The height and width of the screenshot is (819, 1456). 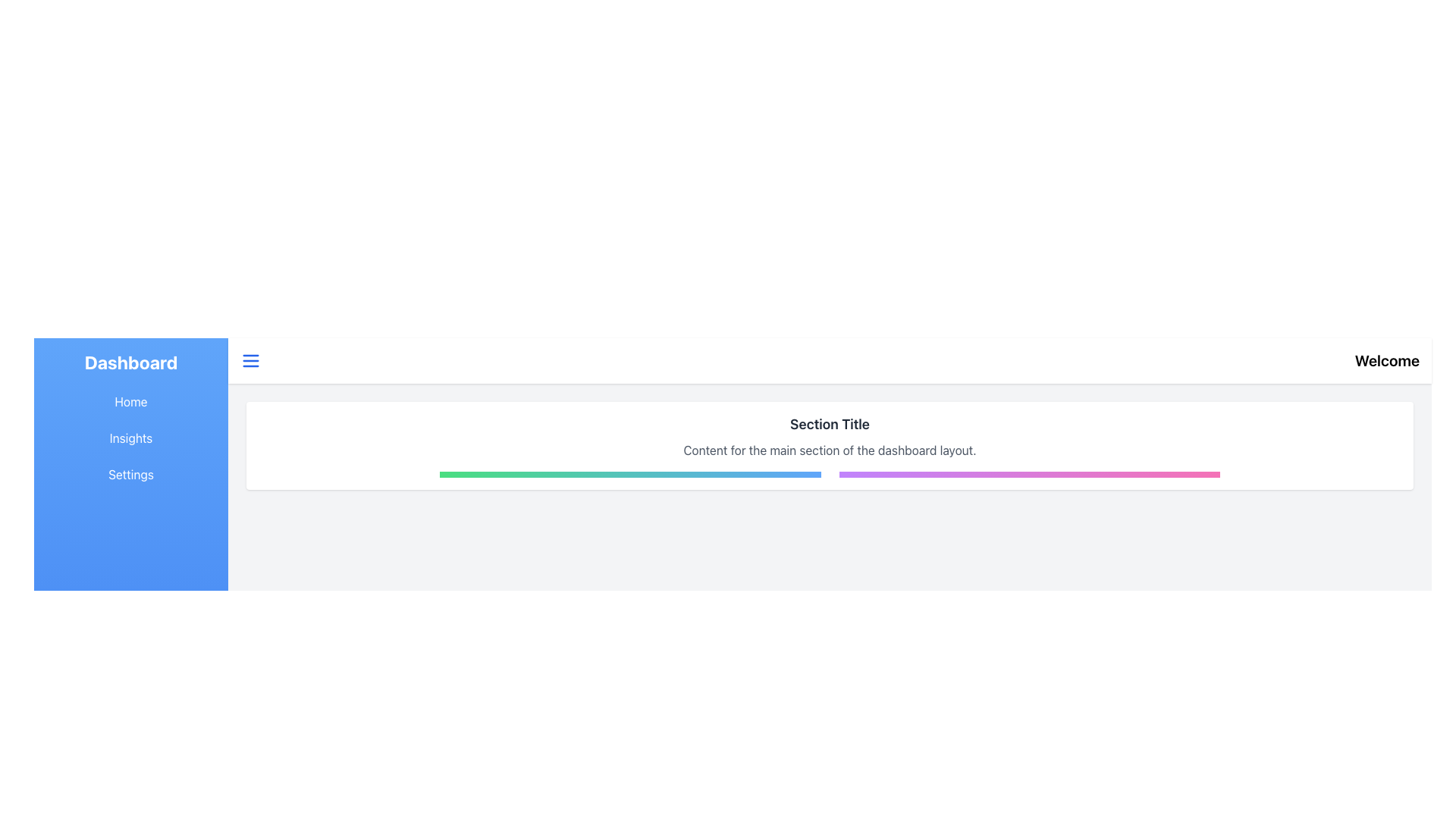 What do you see at coordinates (829, 473) in the screenshot?
I see `the Decorative progress or status bar located below the 'Section Title' and its subtitle, characterized by two adjacent rectangular segments with gradient fills, transitioning from green to blue on the left and purple to pink on the right` at bounding box center [829, 473].